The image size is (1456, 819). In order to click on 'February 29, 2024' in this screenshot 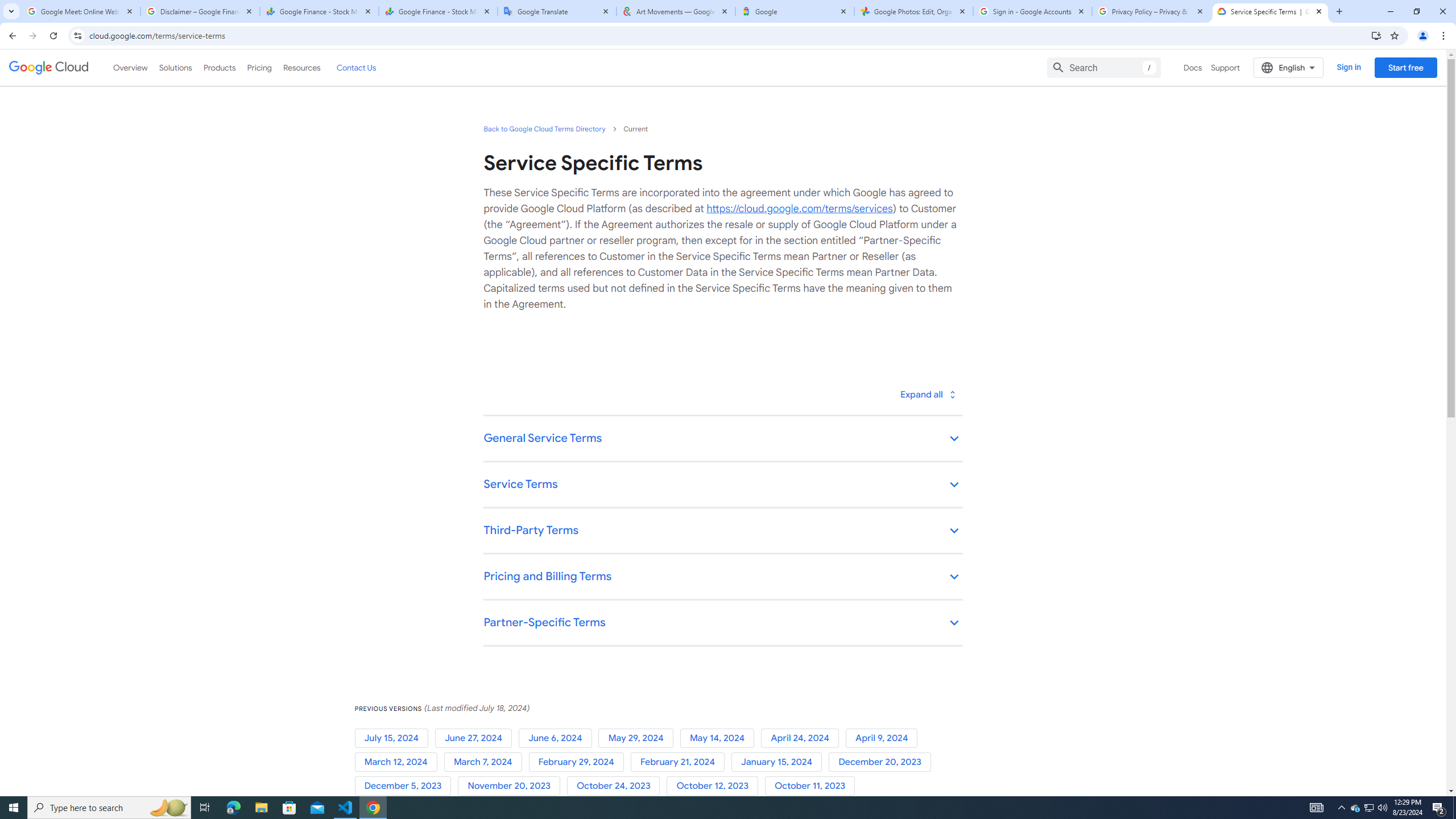, I will do `click(579, 761)`.